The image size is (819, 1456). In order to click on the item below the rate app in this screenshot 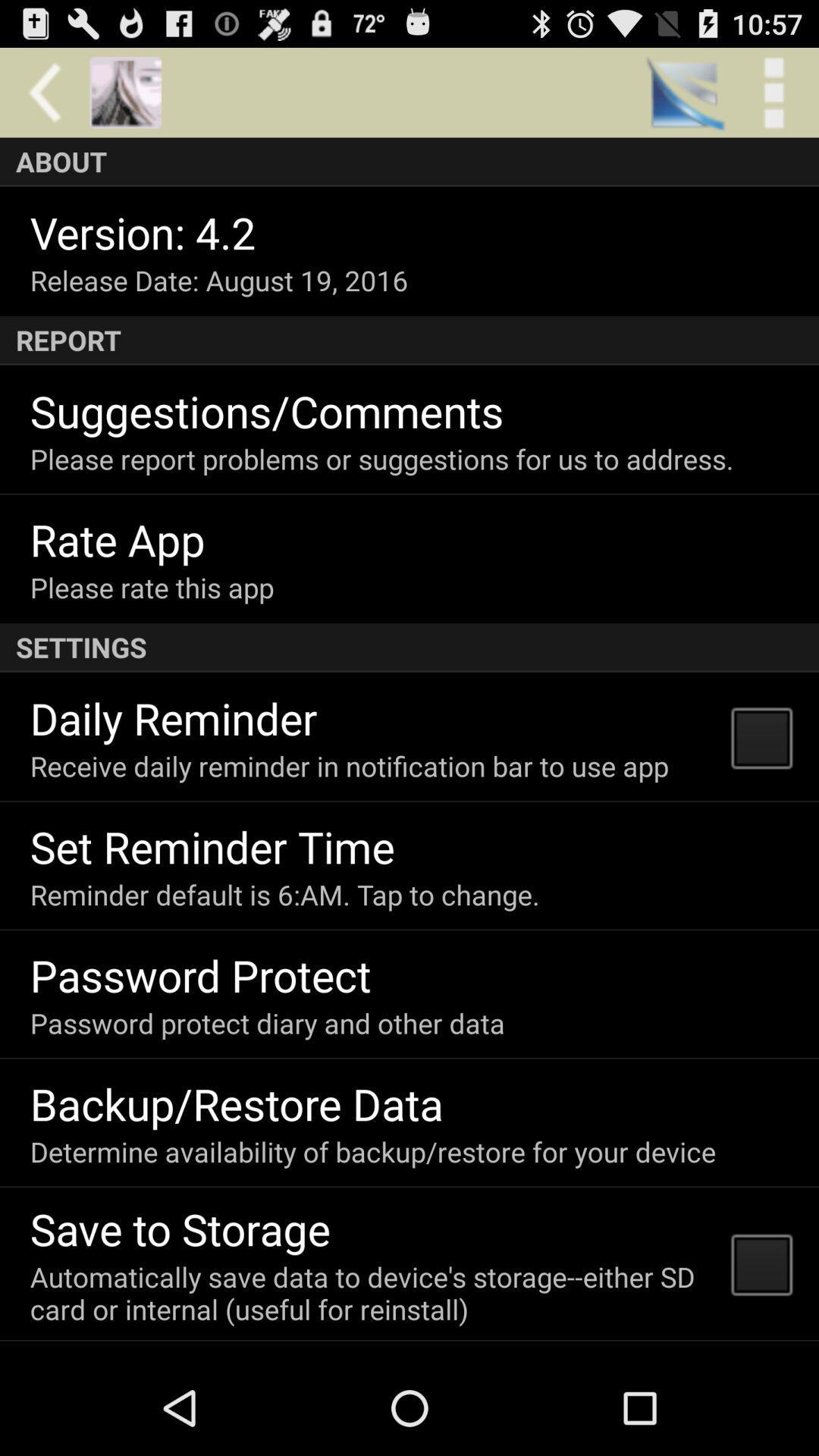, I will do `click(152, 586)`.